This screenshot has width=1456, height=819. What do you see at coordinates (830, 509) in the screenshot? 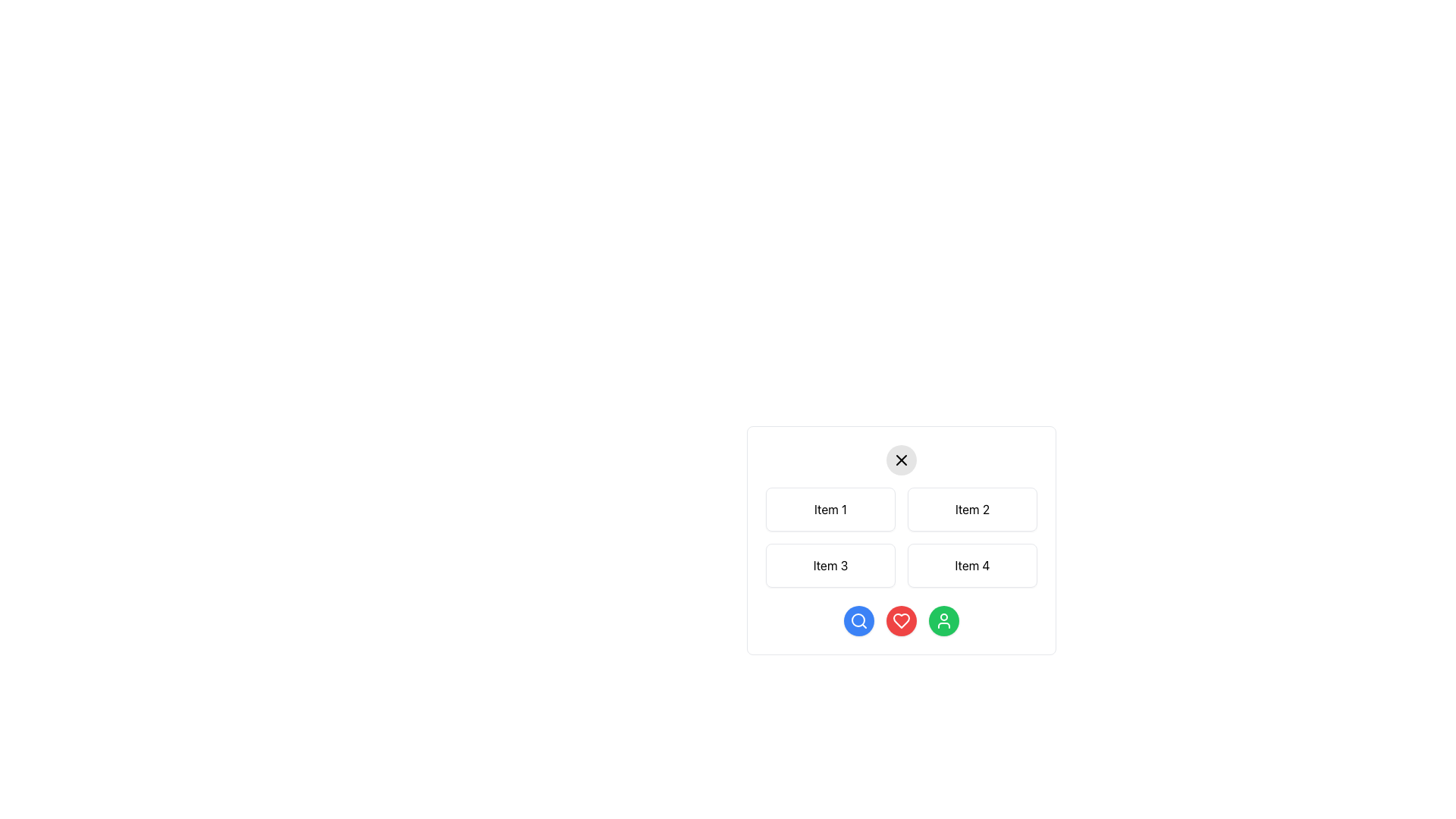
I see `the button labeled 'Item 1', which is a rectangular button with rounded corners and contains the text 'Item 1'` at bounding box center [830, 509].